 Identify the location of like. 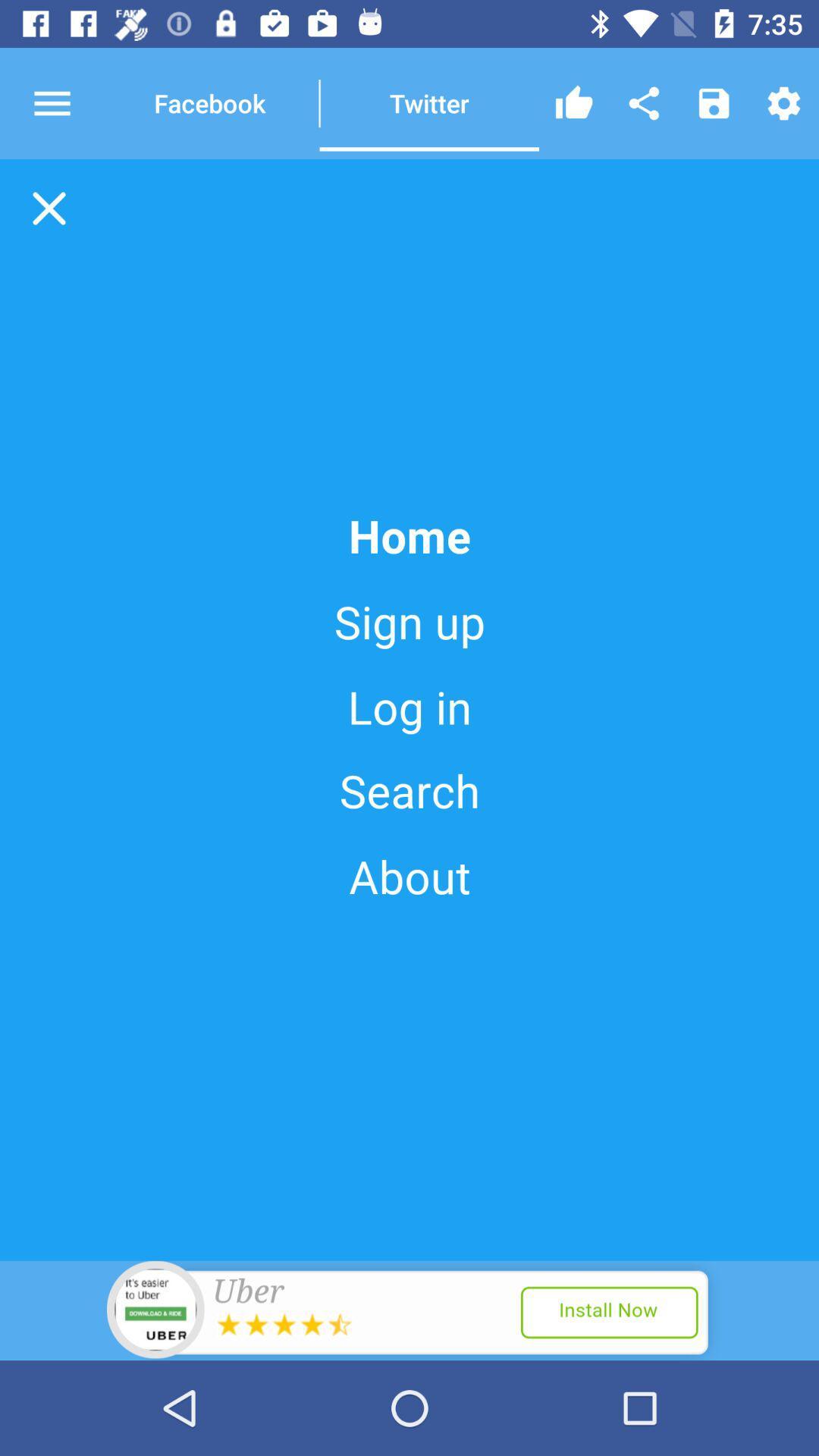
(574, 102).